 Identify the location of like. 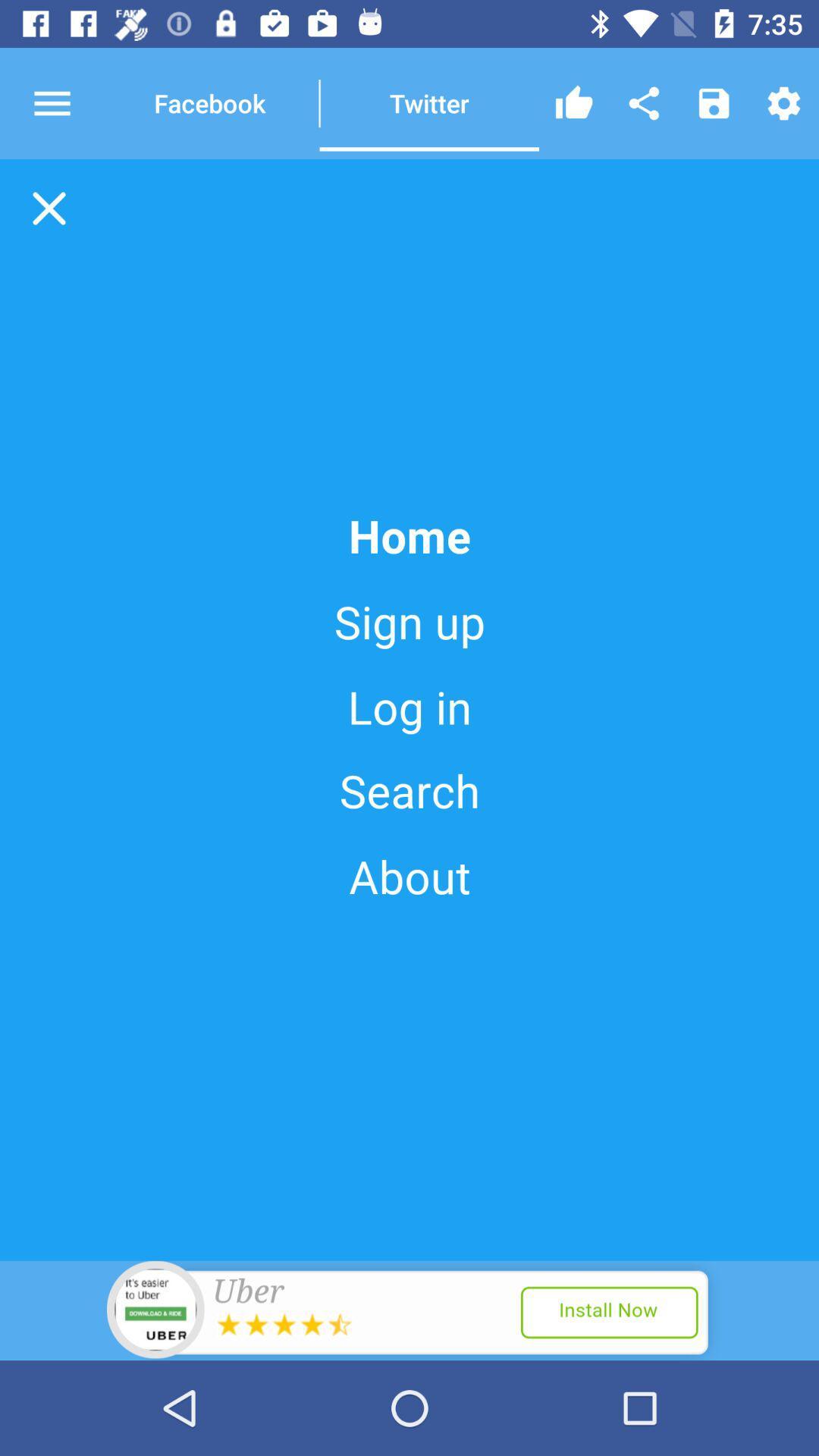
(574, 102).